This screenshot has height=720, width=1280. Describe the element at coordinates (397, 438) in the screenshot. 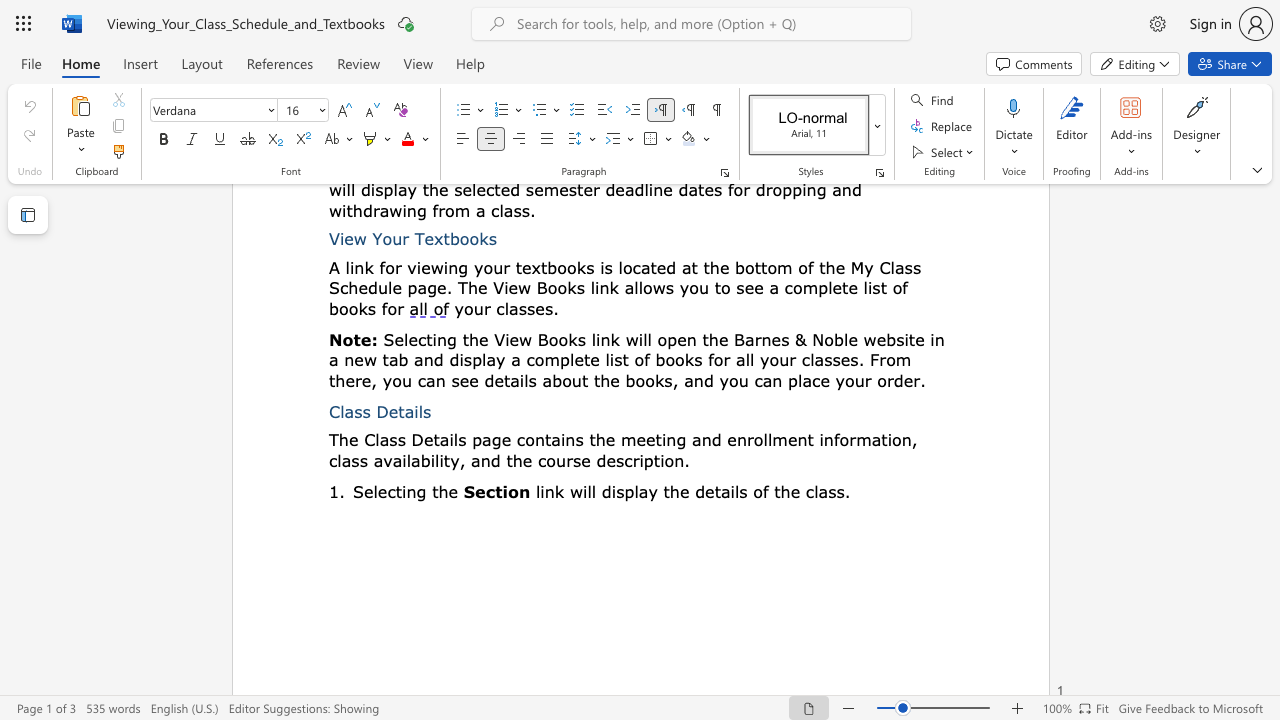

I see `the subset text "s Detail" within the text "The Class Details page"` at that location.